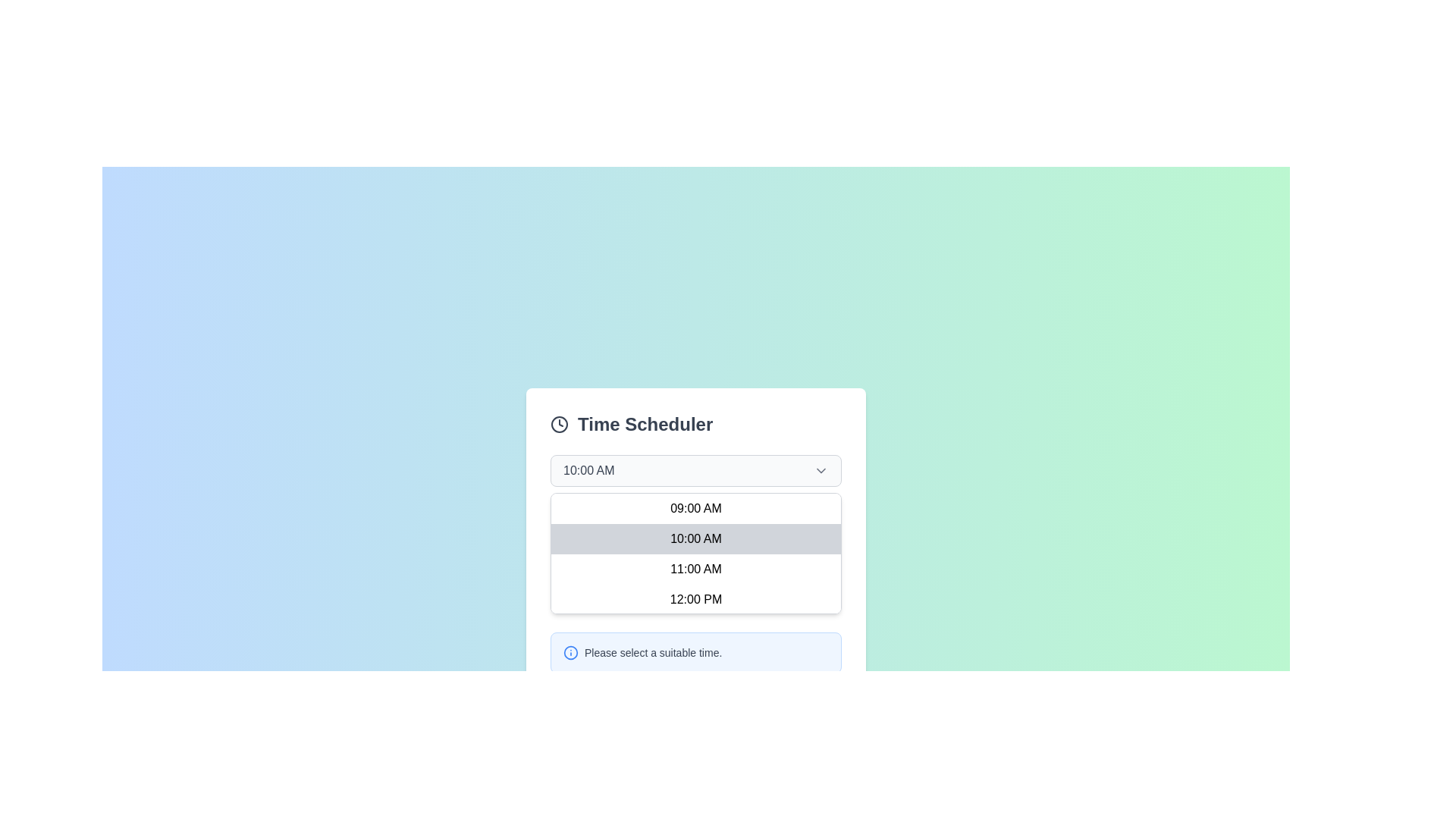 This screenshot has width=1456, height=819. What do you see at coordinates (821, 470) in the screenshot?
I see `the small downward-pointing chevron icon located at the extreme right of the '10:00 AM' text field in the 'Time Scheduler' interface` at bounding box center [821, 470].